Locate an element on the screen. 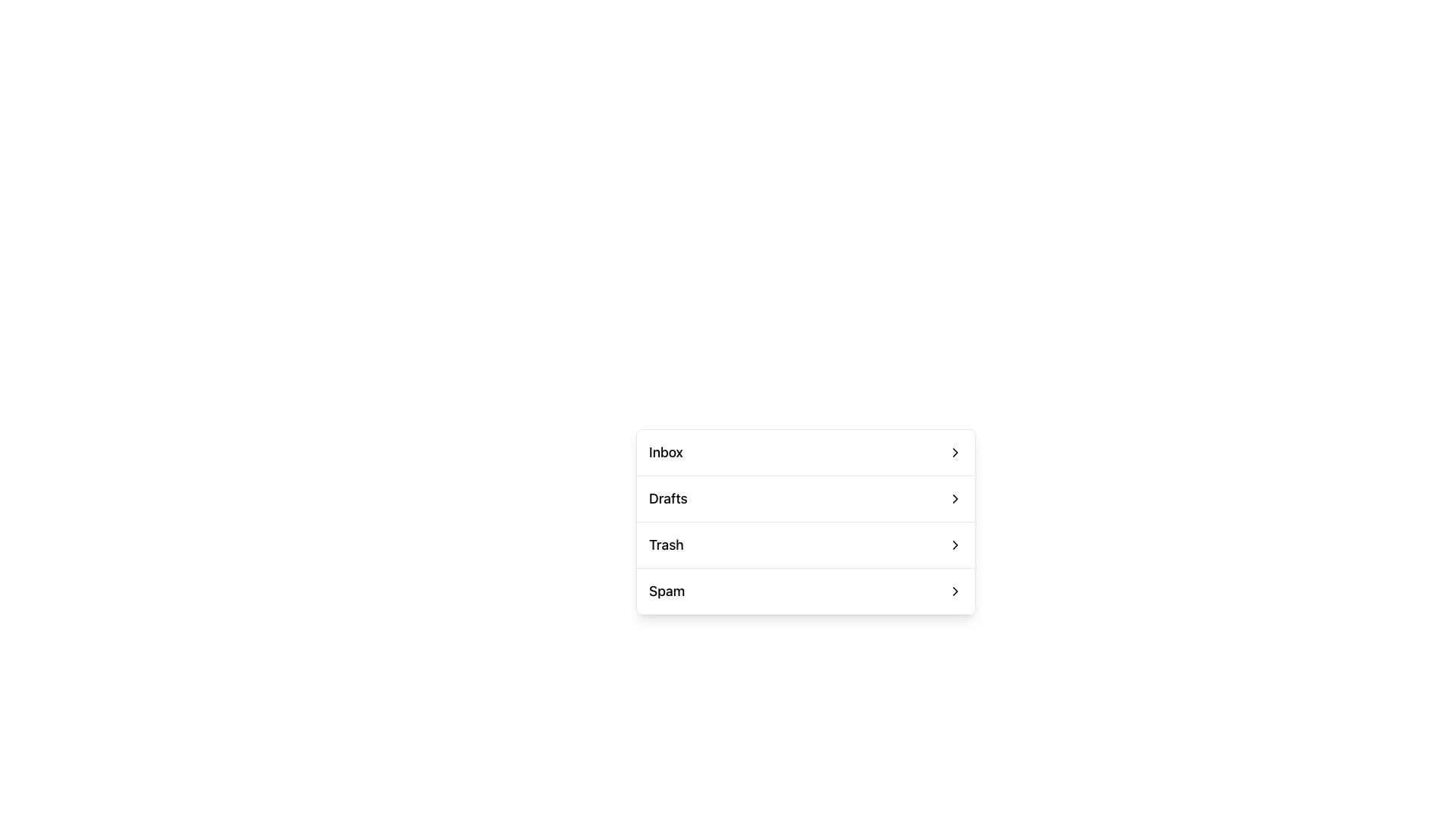 This screenshot has height=819, width=1456. the 'Trash' button, which is the third item in a vertical list, positioned between 'Drafts' and 'Spam' is located at coordinates (805, 544).